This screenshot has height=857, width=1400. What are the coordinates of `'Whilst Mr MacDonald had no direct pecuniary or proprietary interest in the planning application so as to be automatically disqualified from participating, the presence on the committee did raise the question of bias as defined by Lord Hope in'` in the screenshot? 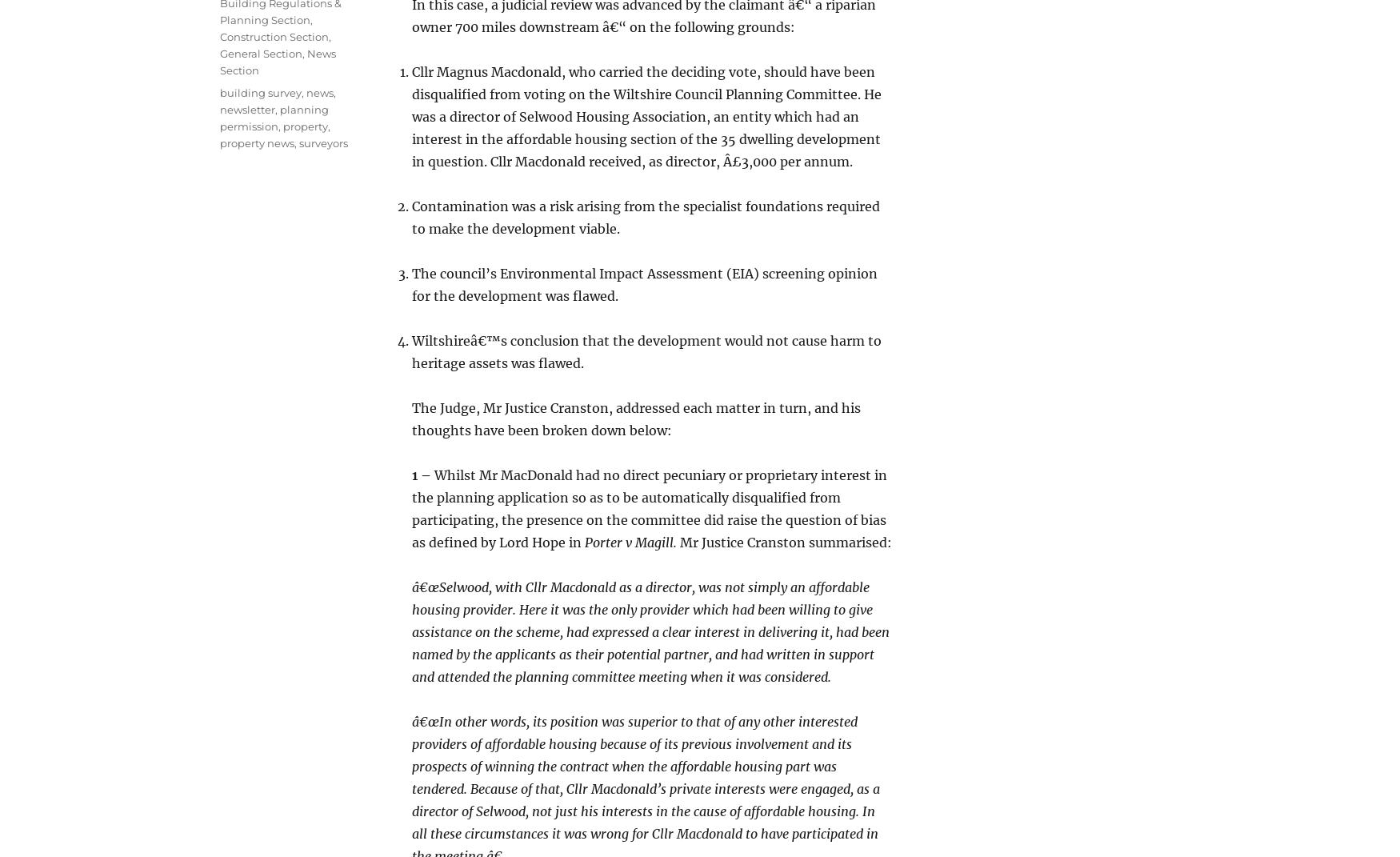 It's located at (649, 507).